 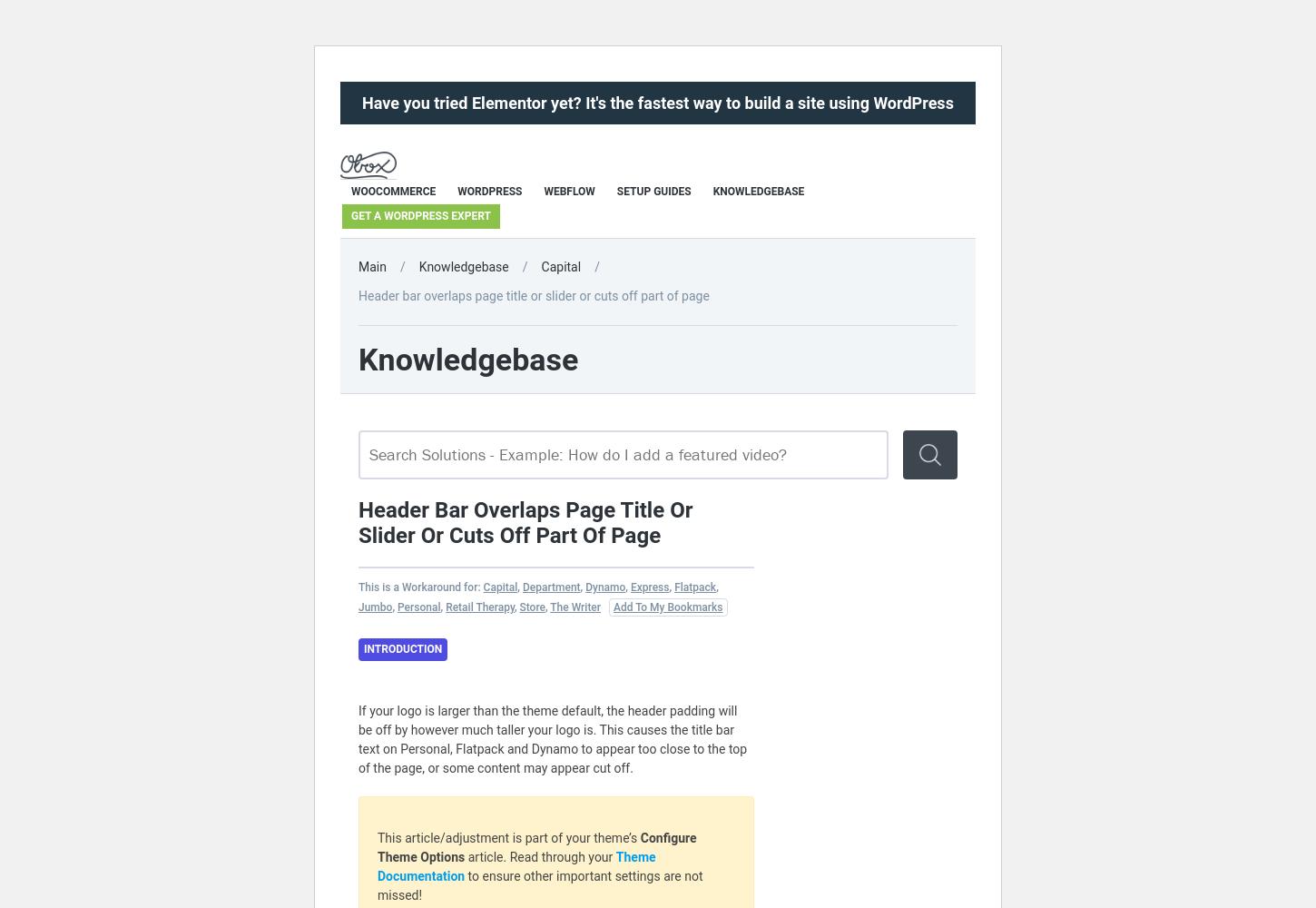 I want to click on 'Retail Therapy', so click(x=479, y=607).